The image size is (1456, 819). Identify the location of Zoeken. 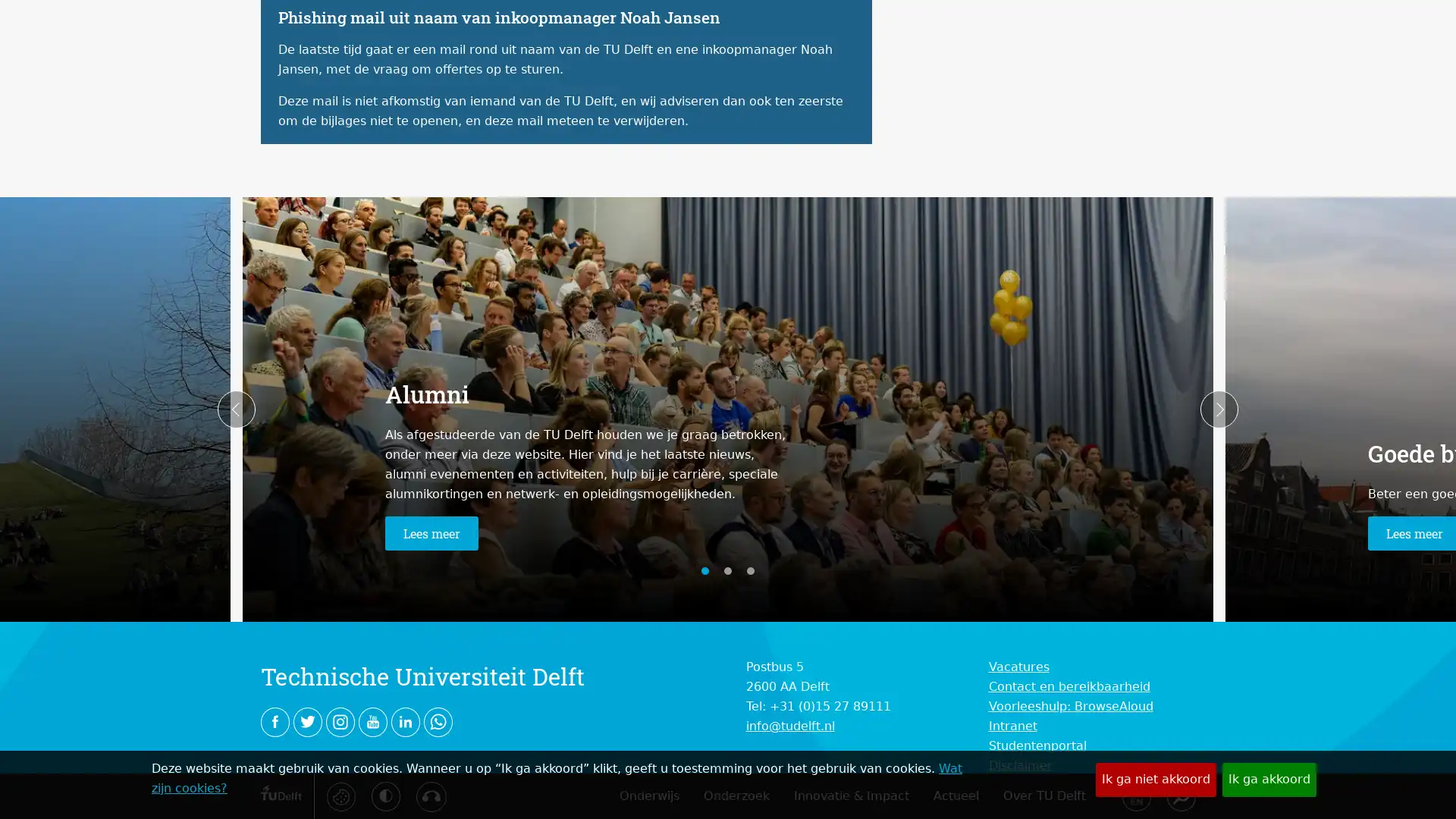
(1179, 795).